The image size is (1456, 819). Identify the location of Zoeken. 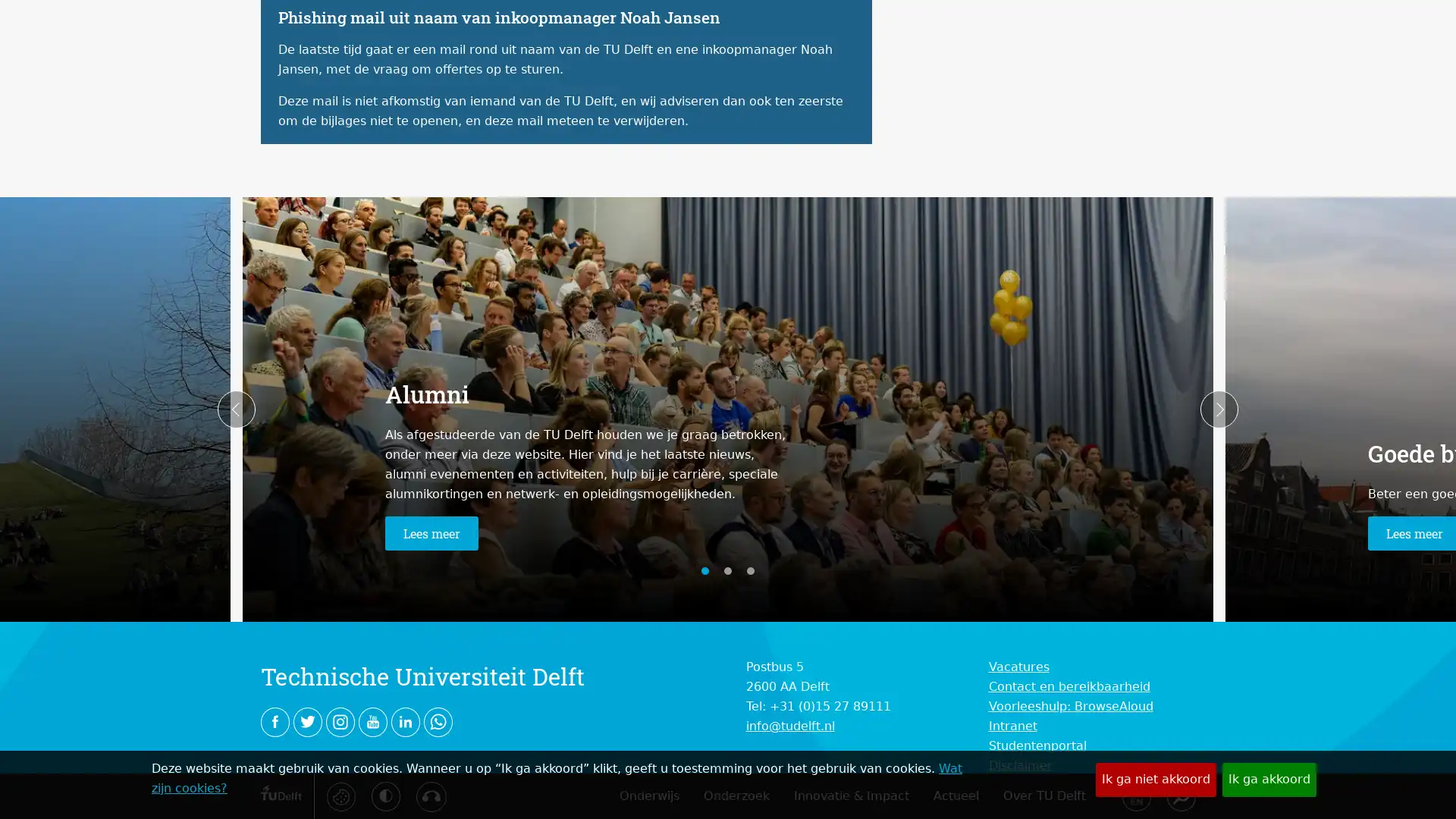
(1179, 795).